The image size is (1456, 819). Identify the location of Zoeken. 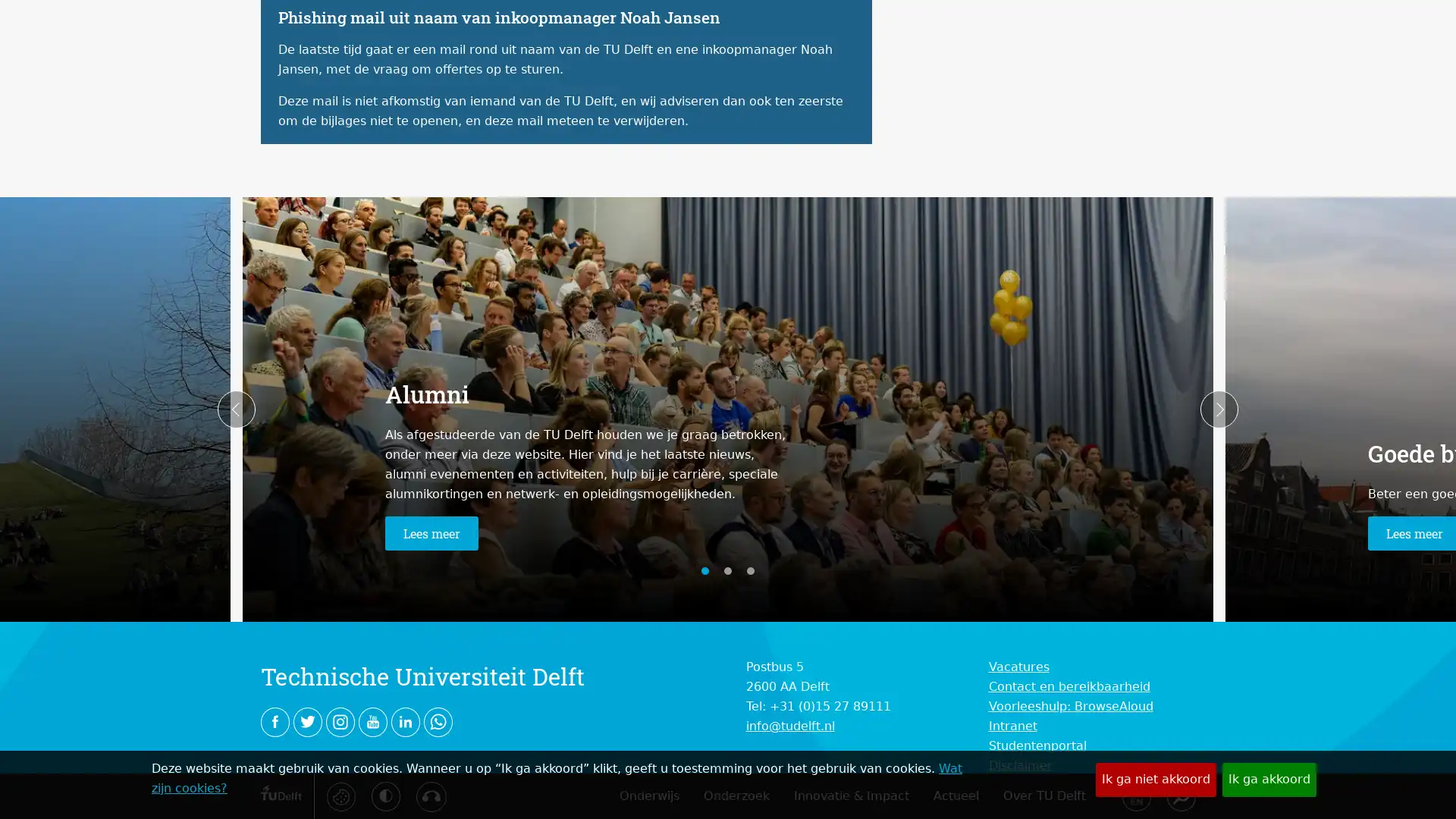
(1179, 795).